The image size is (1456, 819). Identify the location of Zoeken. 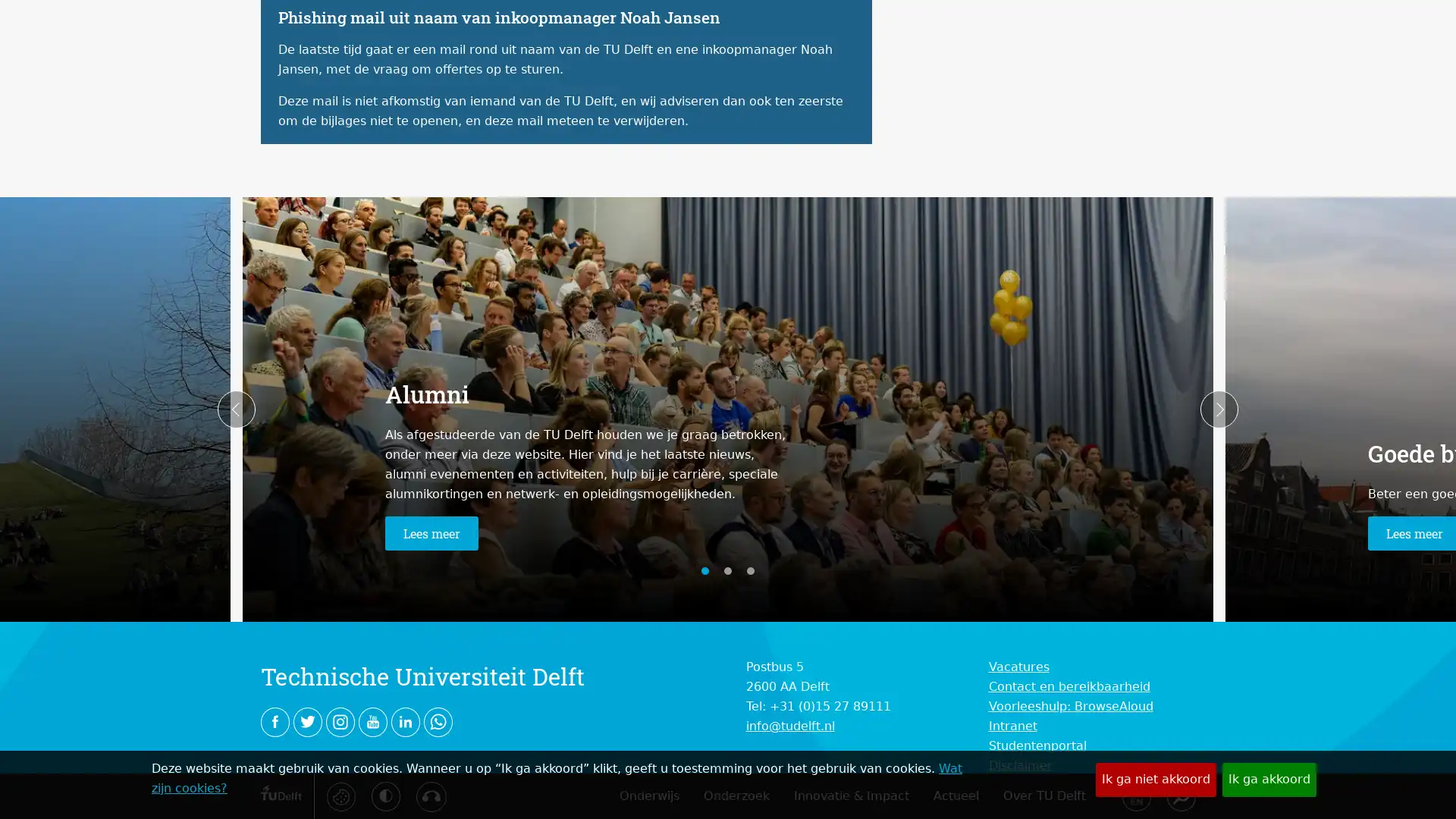
(1179, 795).